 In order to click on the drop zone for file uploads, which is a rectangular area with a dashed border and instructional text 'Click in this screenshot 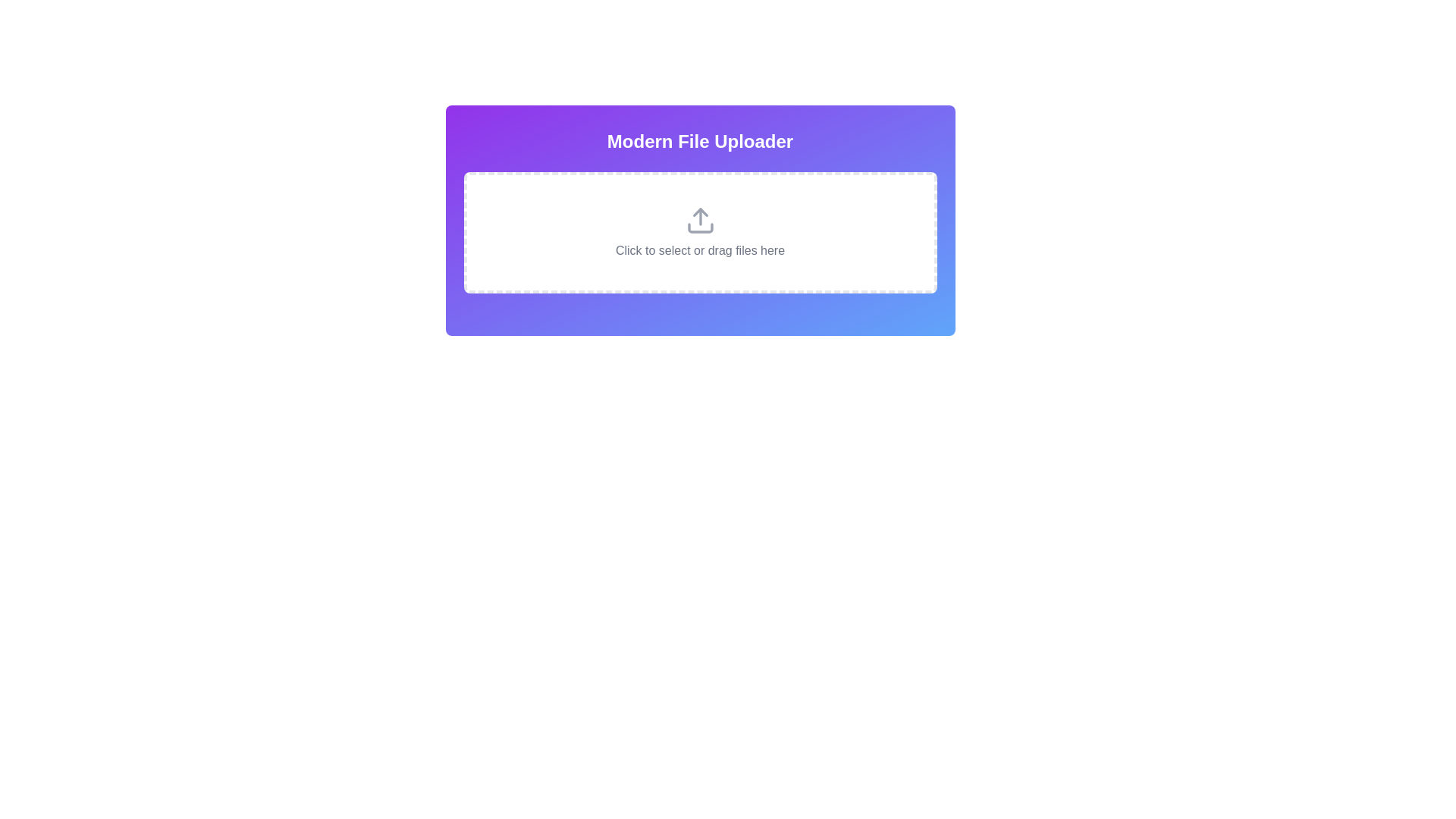, I will do `click(699, 233)`.